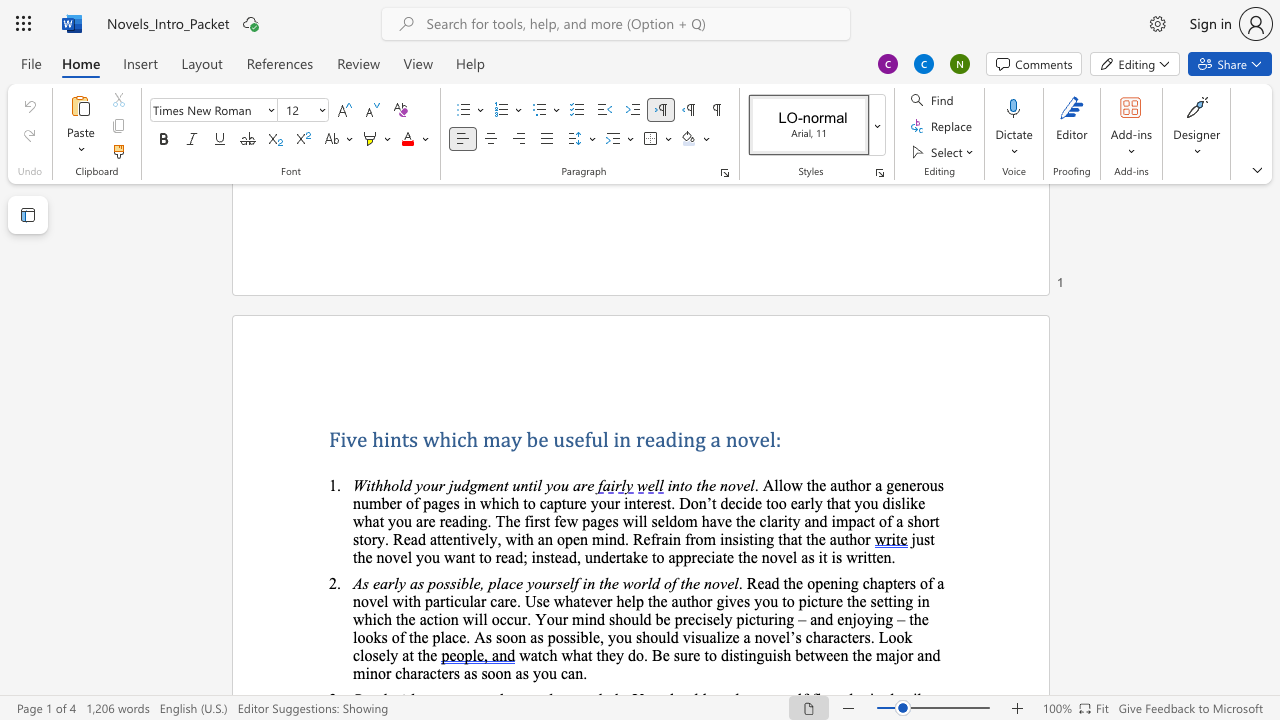  I want to click on the 2th character "i" in the text, so click(535, 485).